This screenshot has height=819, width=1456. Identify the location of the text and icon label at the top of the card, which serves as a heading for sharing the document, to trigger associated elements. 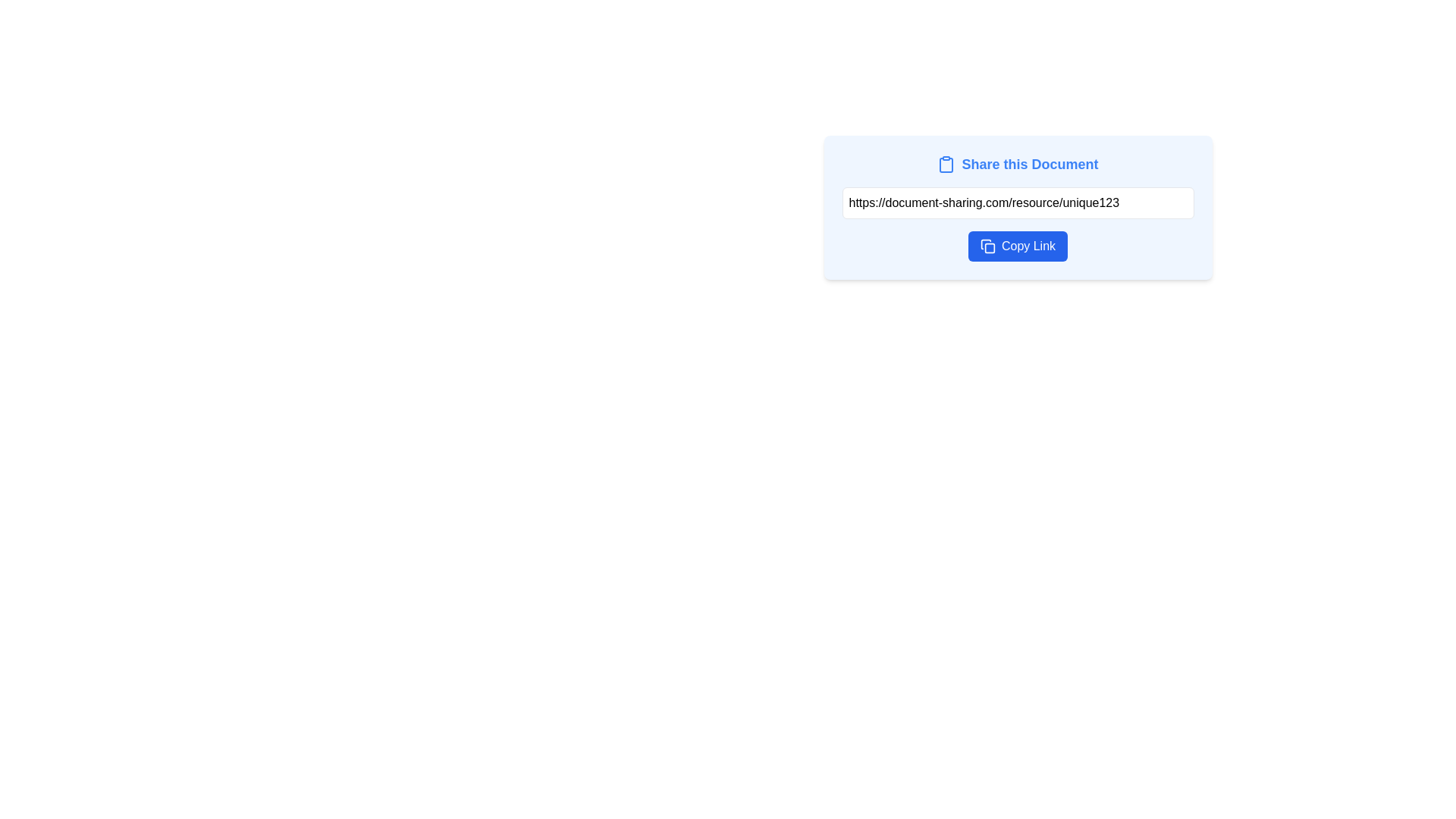
(1018, 164).